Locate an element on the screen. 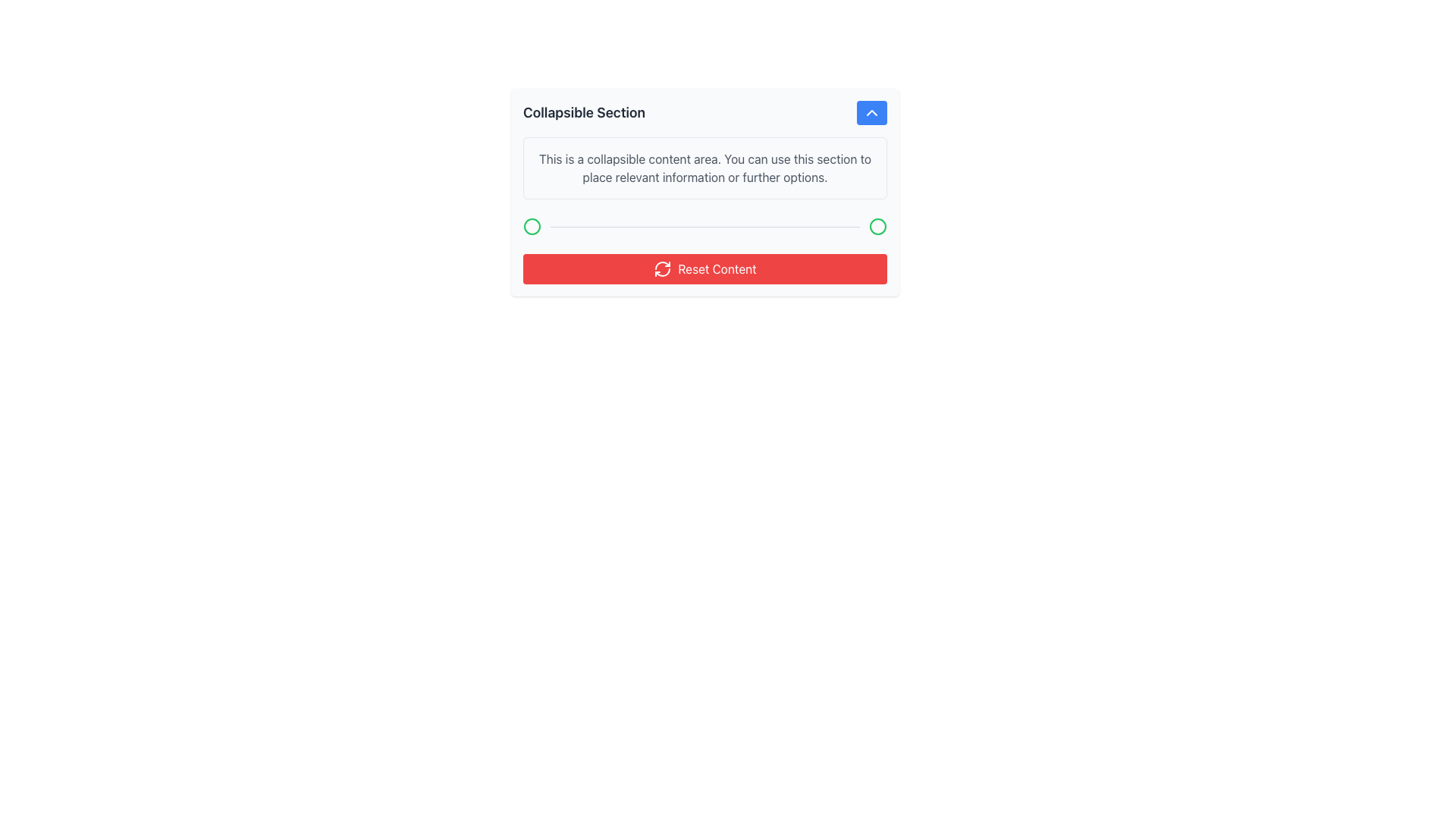  the circular outline green icon located at the far-right of a horizontal layout, adjacent to similar circular icons is located at coordinates (877, 227).